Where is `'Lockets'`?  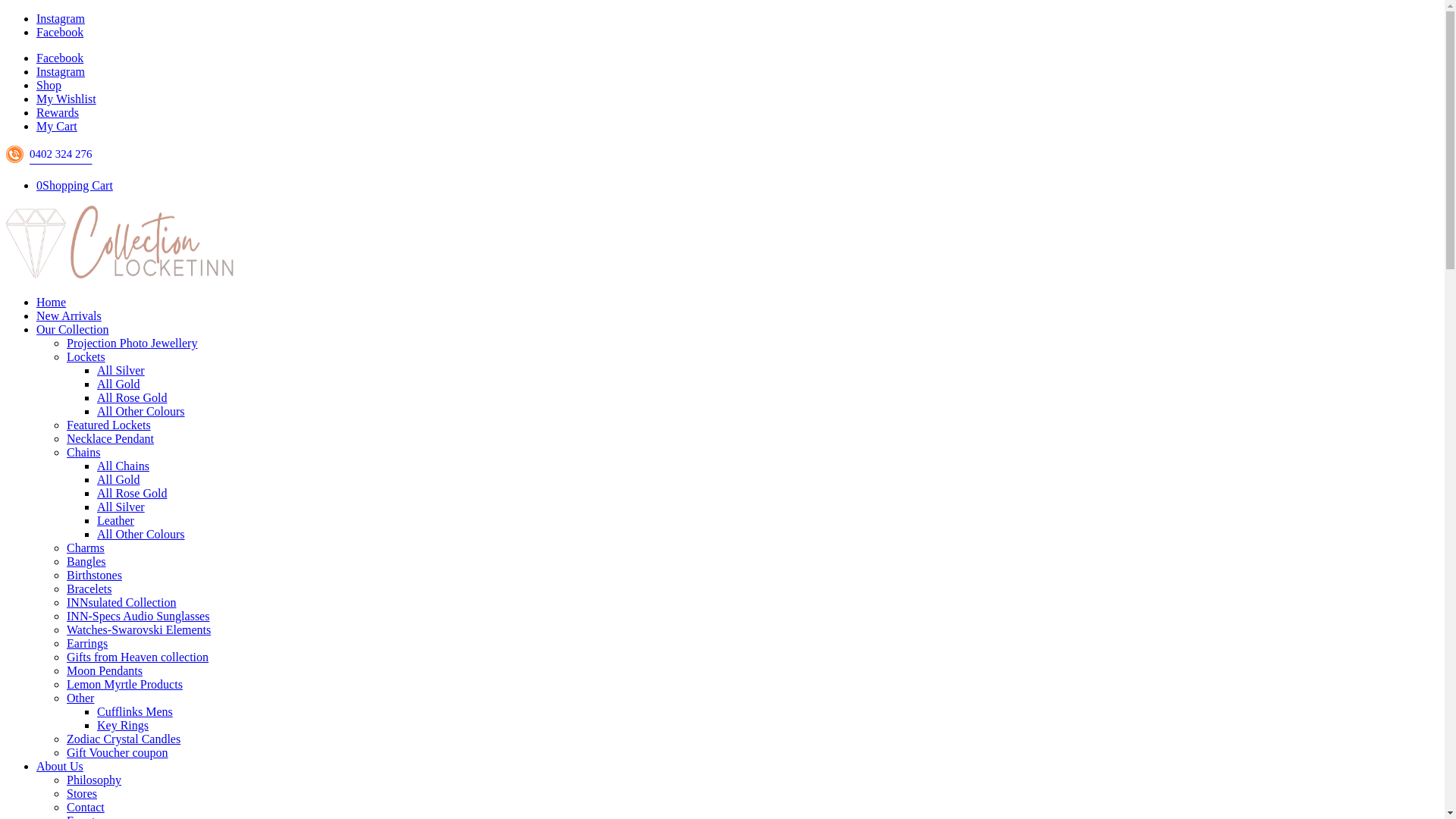 'Lockets' is located at coordinates (65, 356).